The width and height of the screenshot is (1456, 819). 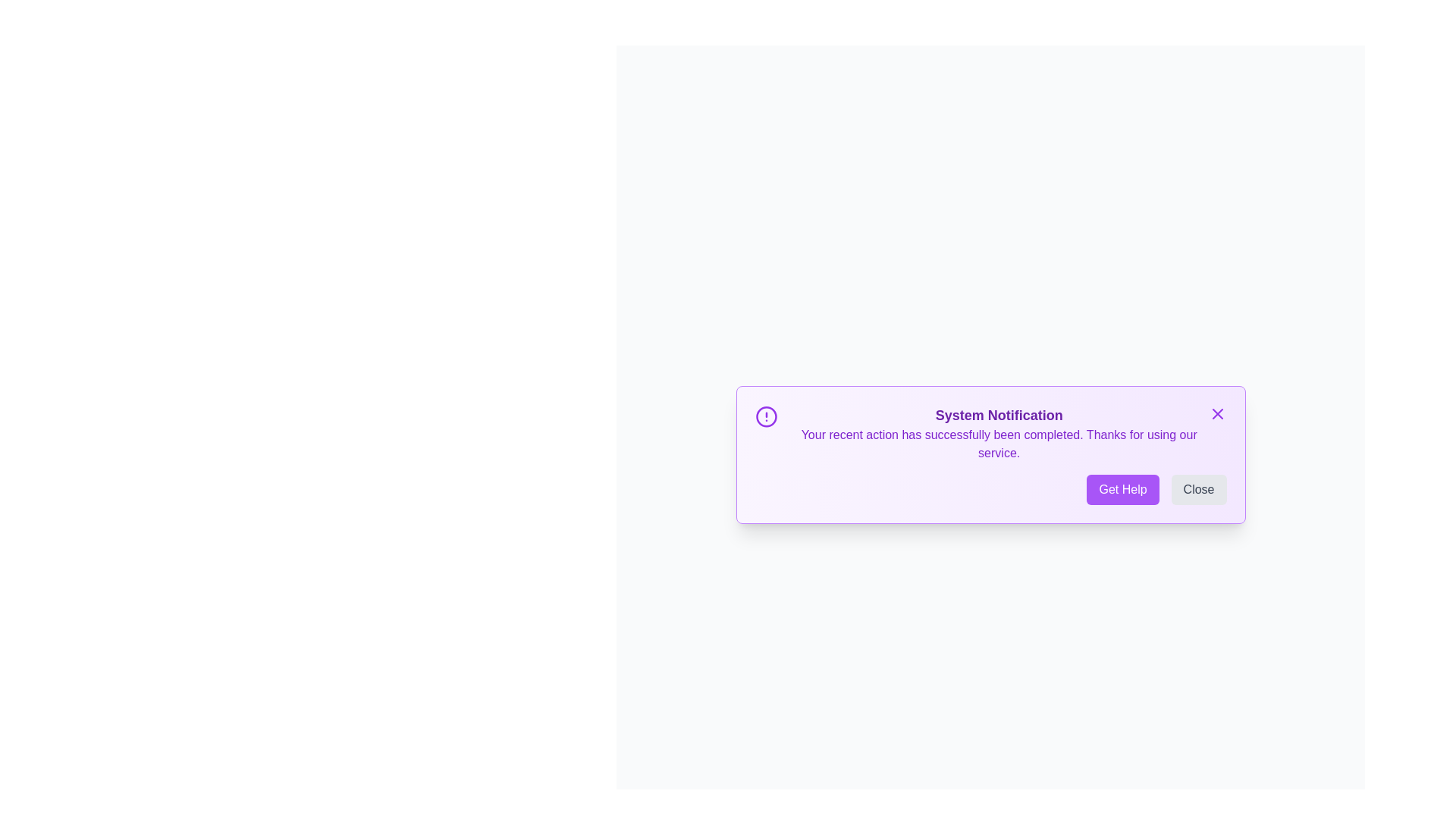 I want to click on success confirmation message located in the bottom section of the notification card, directly below the heading 'System Notification', so click(x=999, y=444).